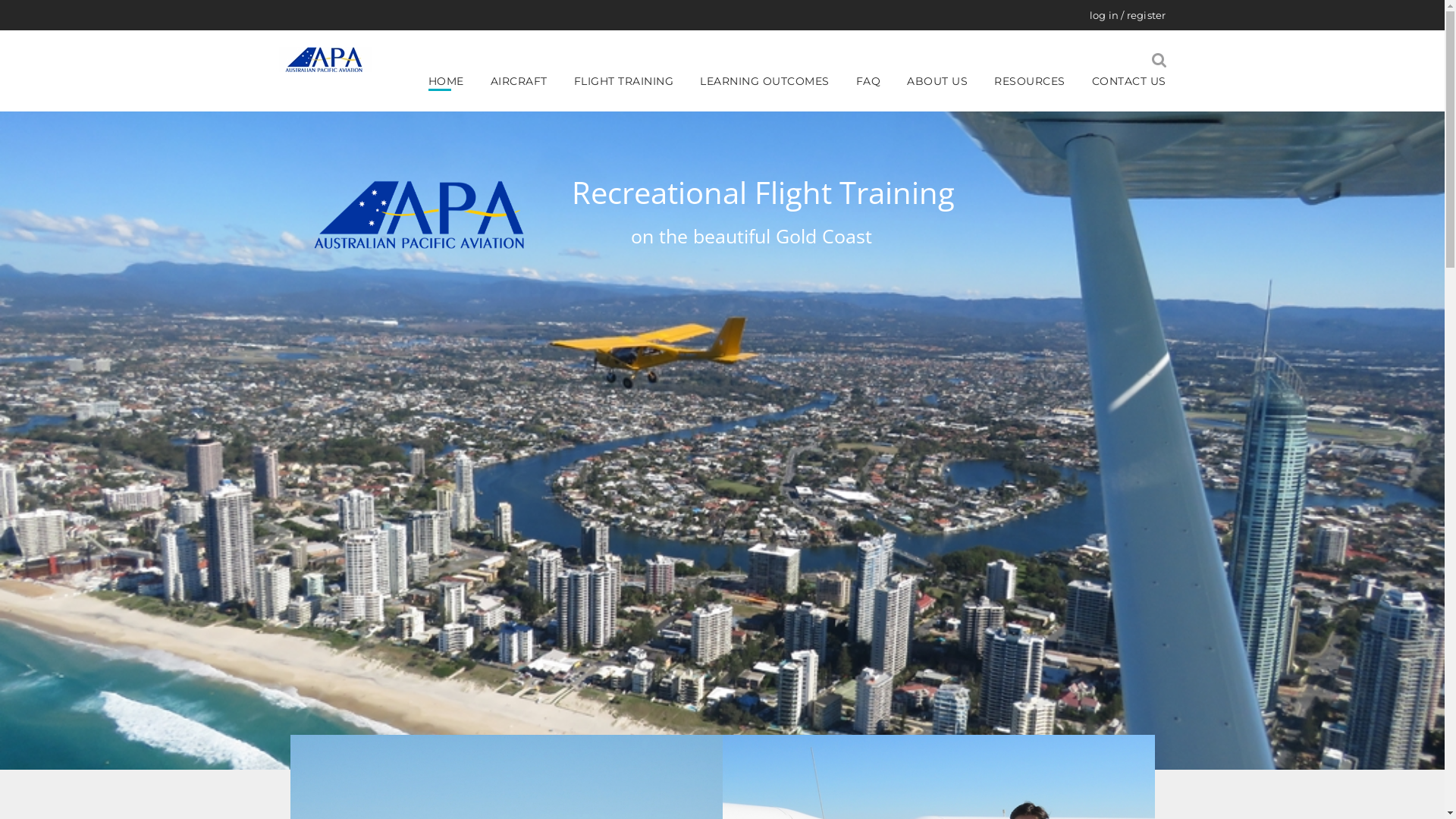 This screenshot has width=1456, height=819. What do you see at coordinates (632, 81) in the screenshot?
I see `'FLIGHT TRAINING'` at bounding box center [632, 81].